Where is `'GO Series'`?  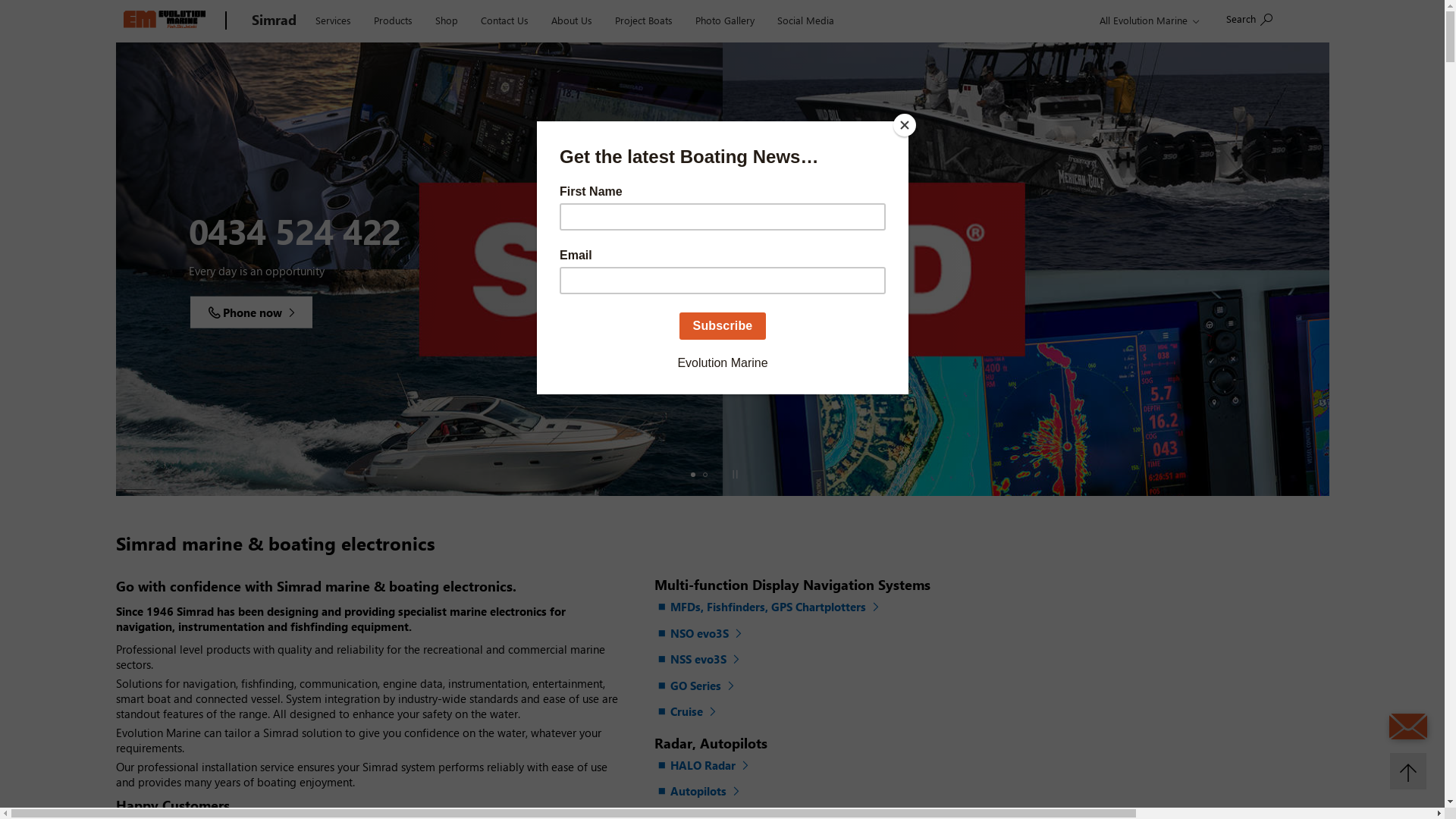
'GO Series' is located at coordinates (695, 686).